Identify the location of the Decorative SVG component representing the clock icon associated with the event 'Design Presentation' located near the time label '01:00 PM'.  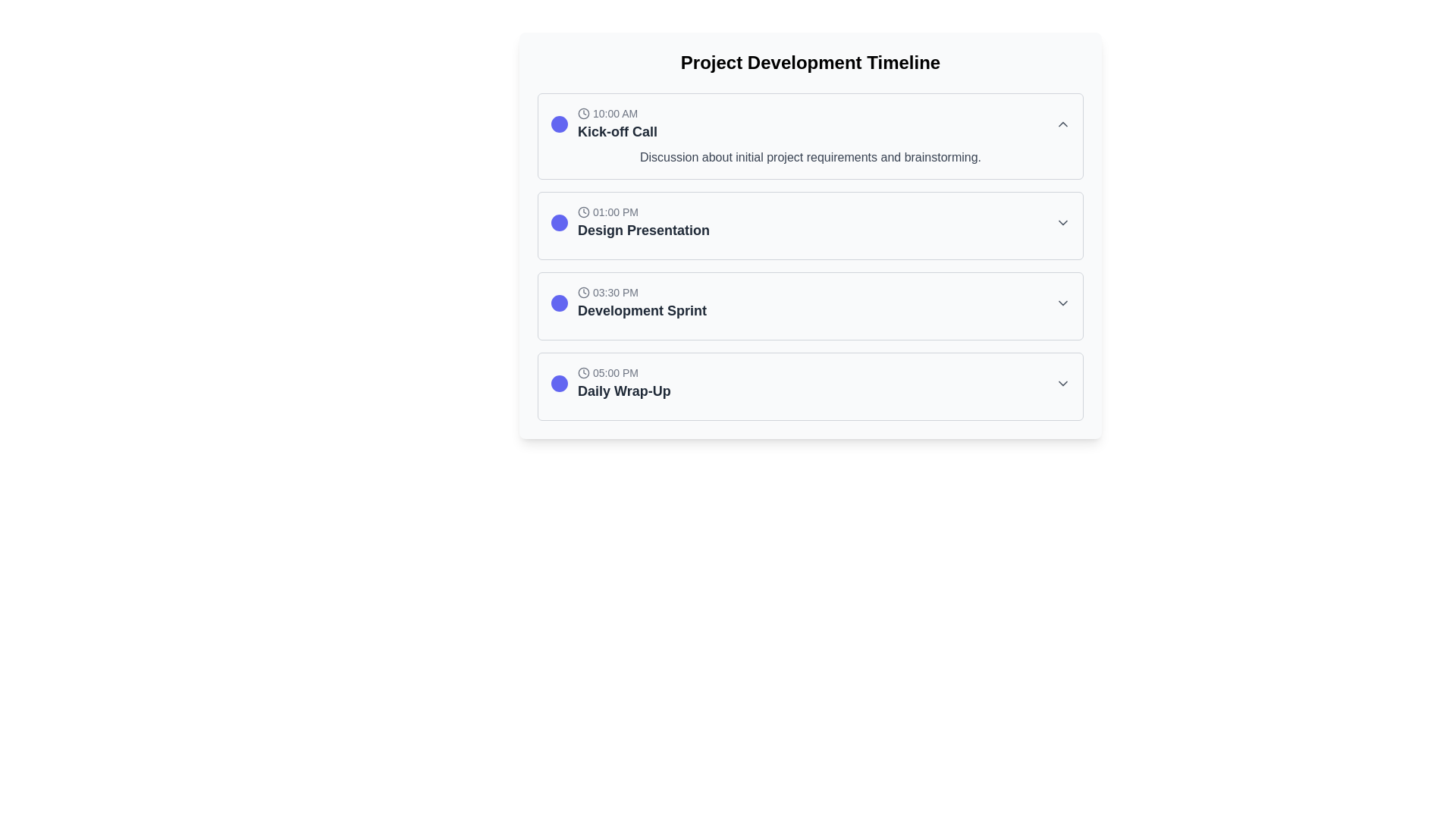
(582, 212).